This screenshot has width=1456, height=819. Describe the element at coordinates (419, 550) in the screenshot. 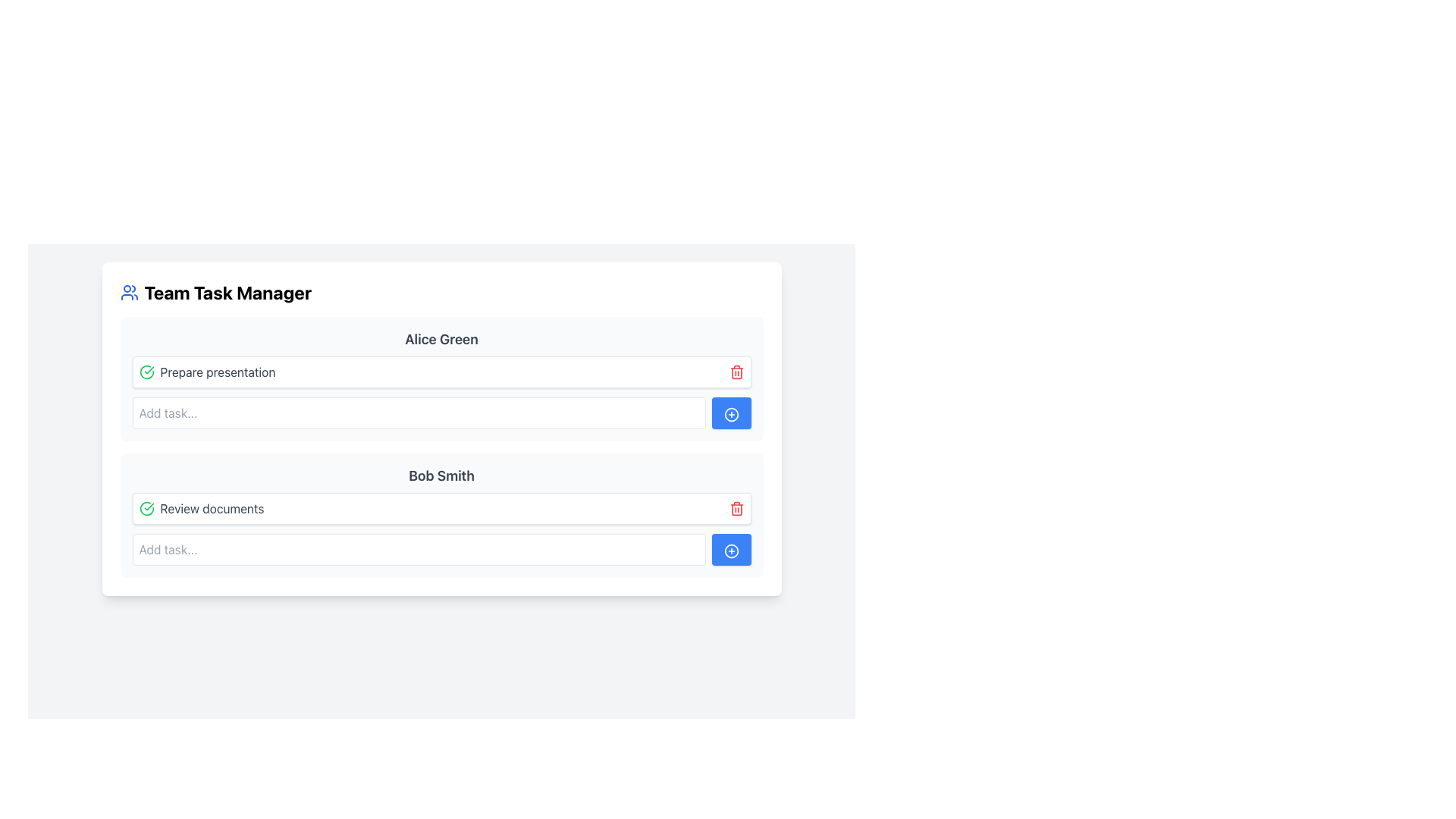

I see `the text input field located under the 'Bob Smith' section with the placeholder text 'Add task...'` at that location.